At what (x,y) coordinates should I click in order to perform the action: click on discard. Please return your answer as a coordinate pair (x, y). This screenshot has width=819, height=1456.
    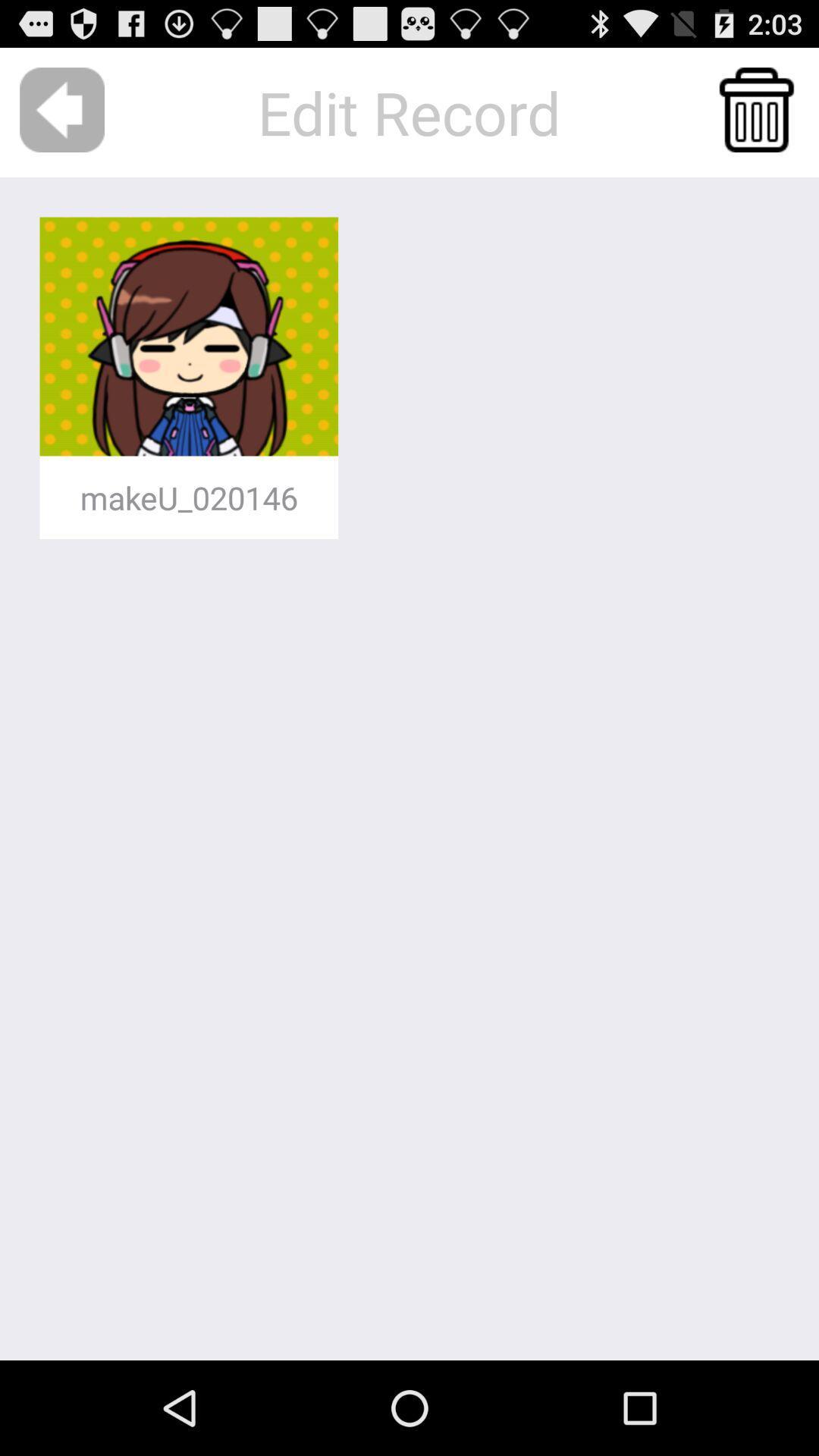
    Looking at the image, I should click on (756, 109).